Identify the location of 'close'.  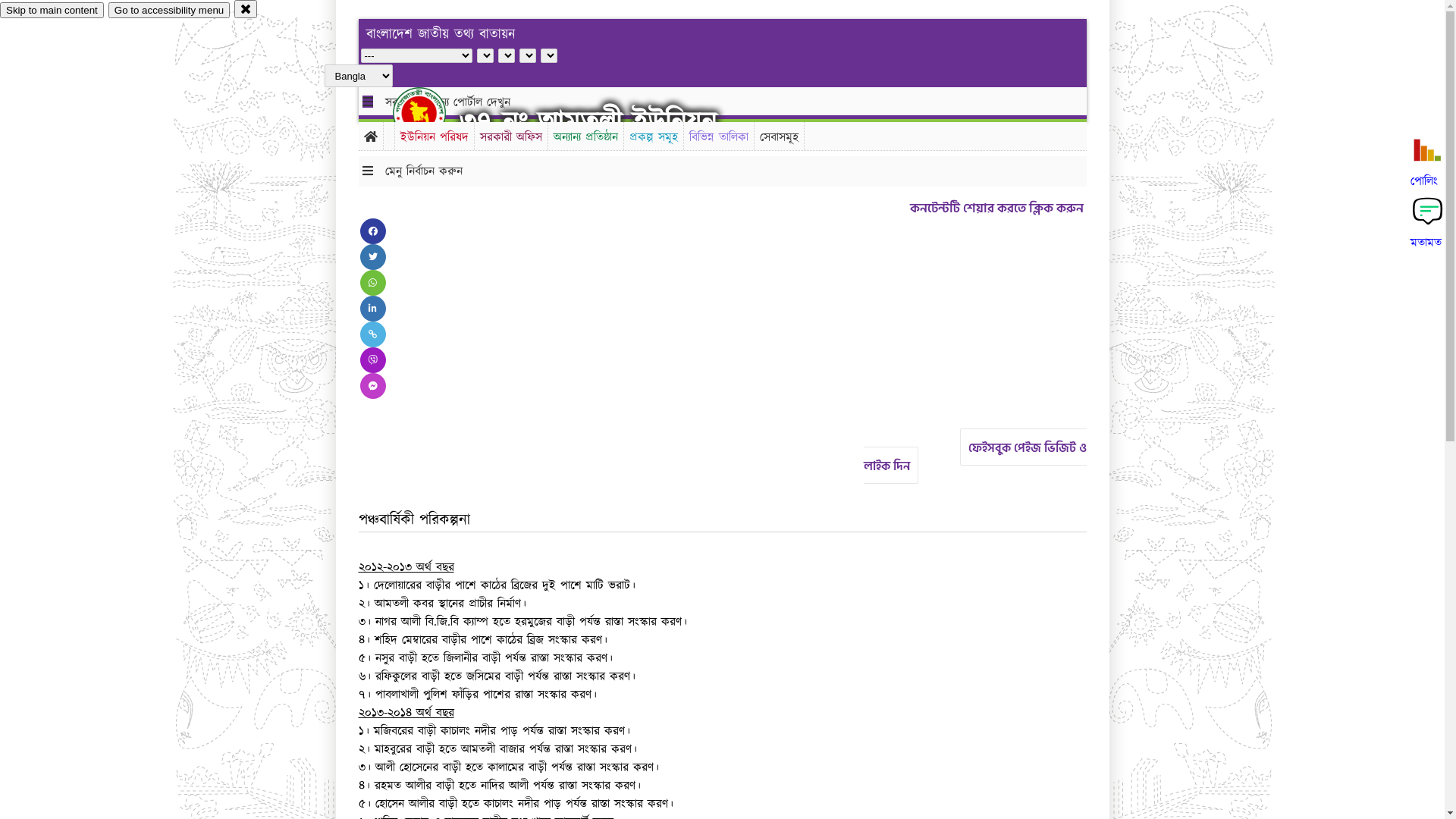
(246, 8).